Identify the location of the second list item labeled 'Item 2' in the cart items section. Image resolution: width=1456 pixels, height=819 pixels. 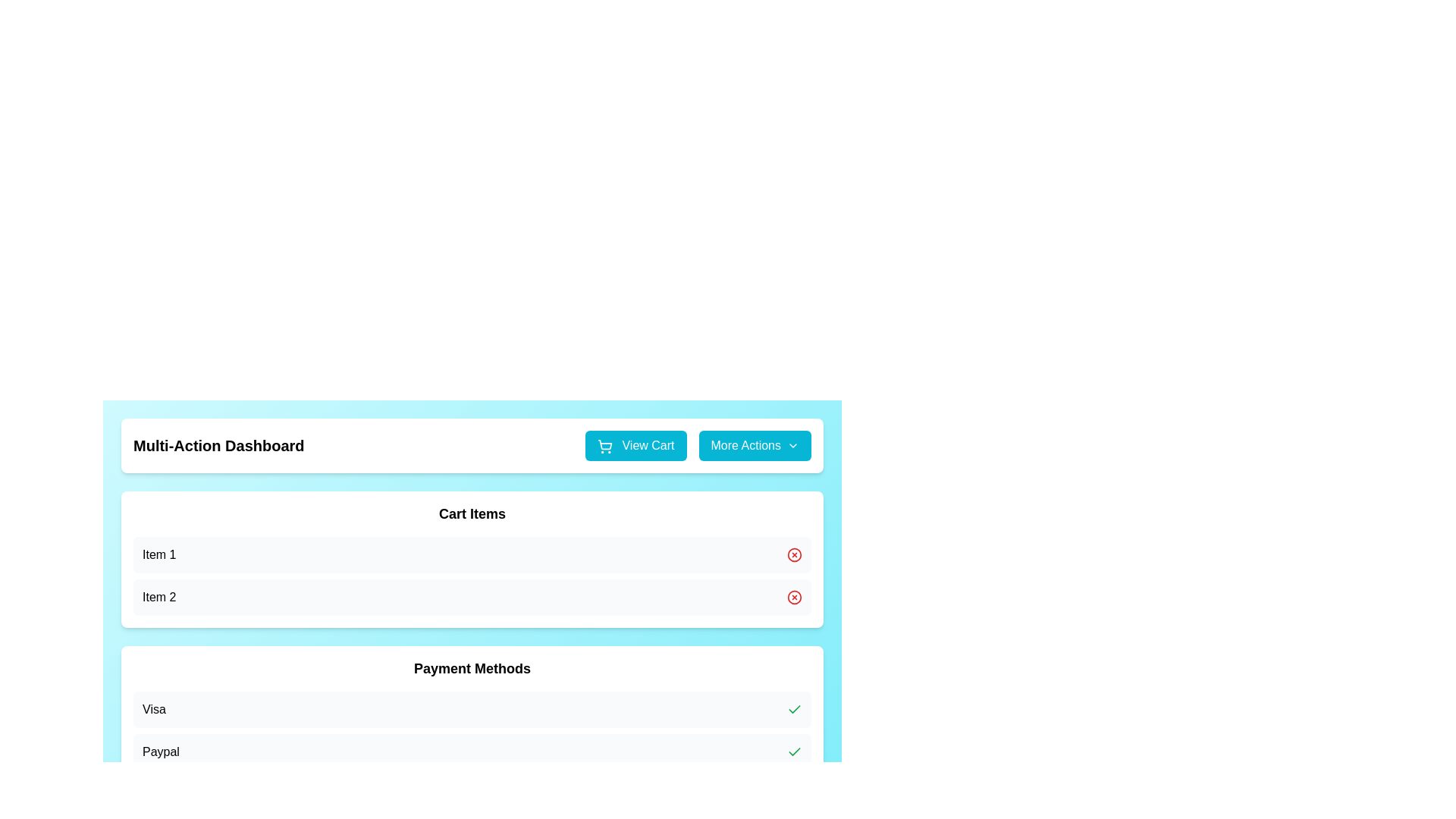
(472, 596).